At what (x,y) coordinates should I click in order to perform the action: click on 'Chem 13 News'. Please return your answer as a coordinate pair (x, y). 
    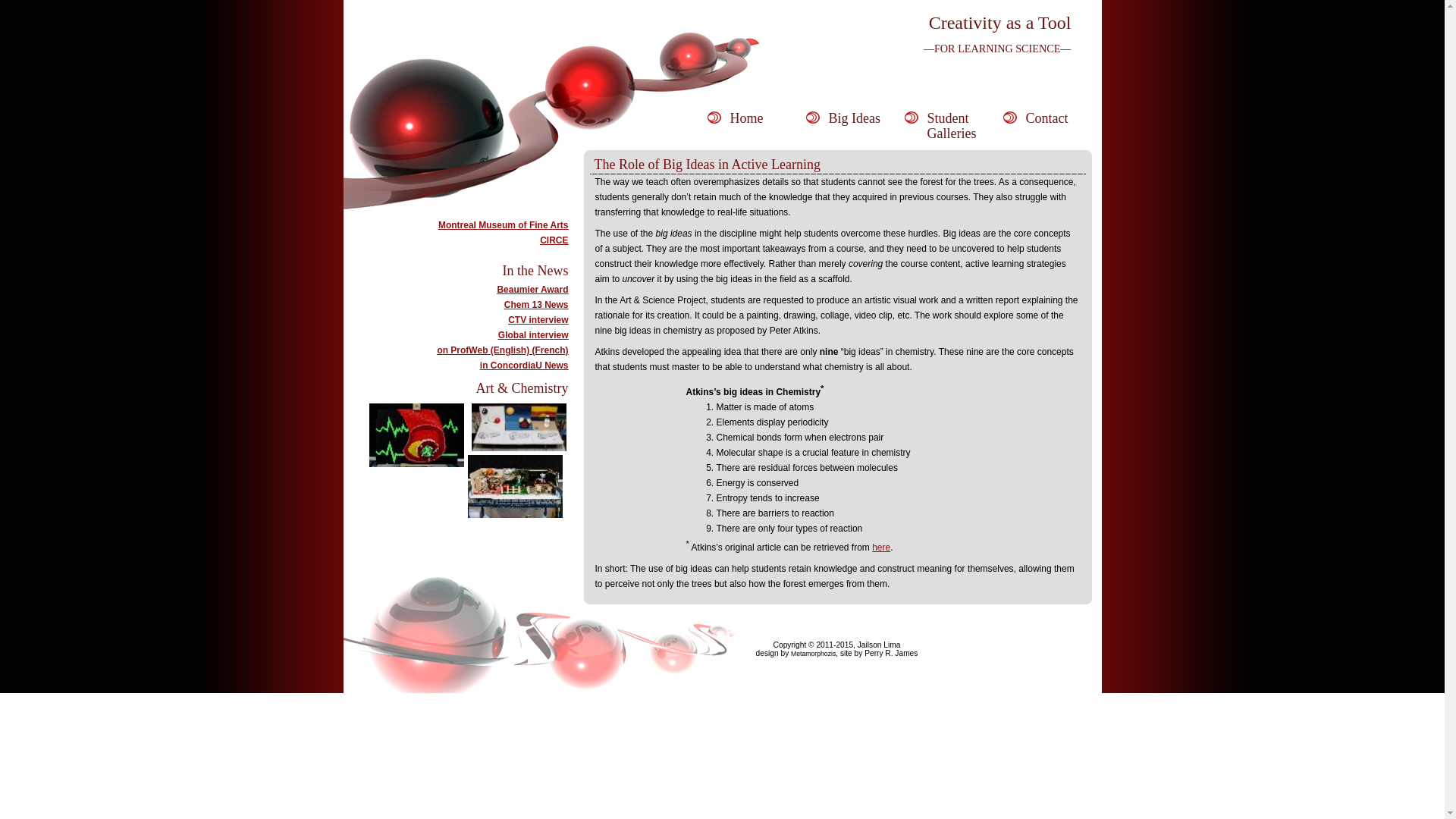
    Looking at the image, I should click on (504, 304).